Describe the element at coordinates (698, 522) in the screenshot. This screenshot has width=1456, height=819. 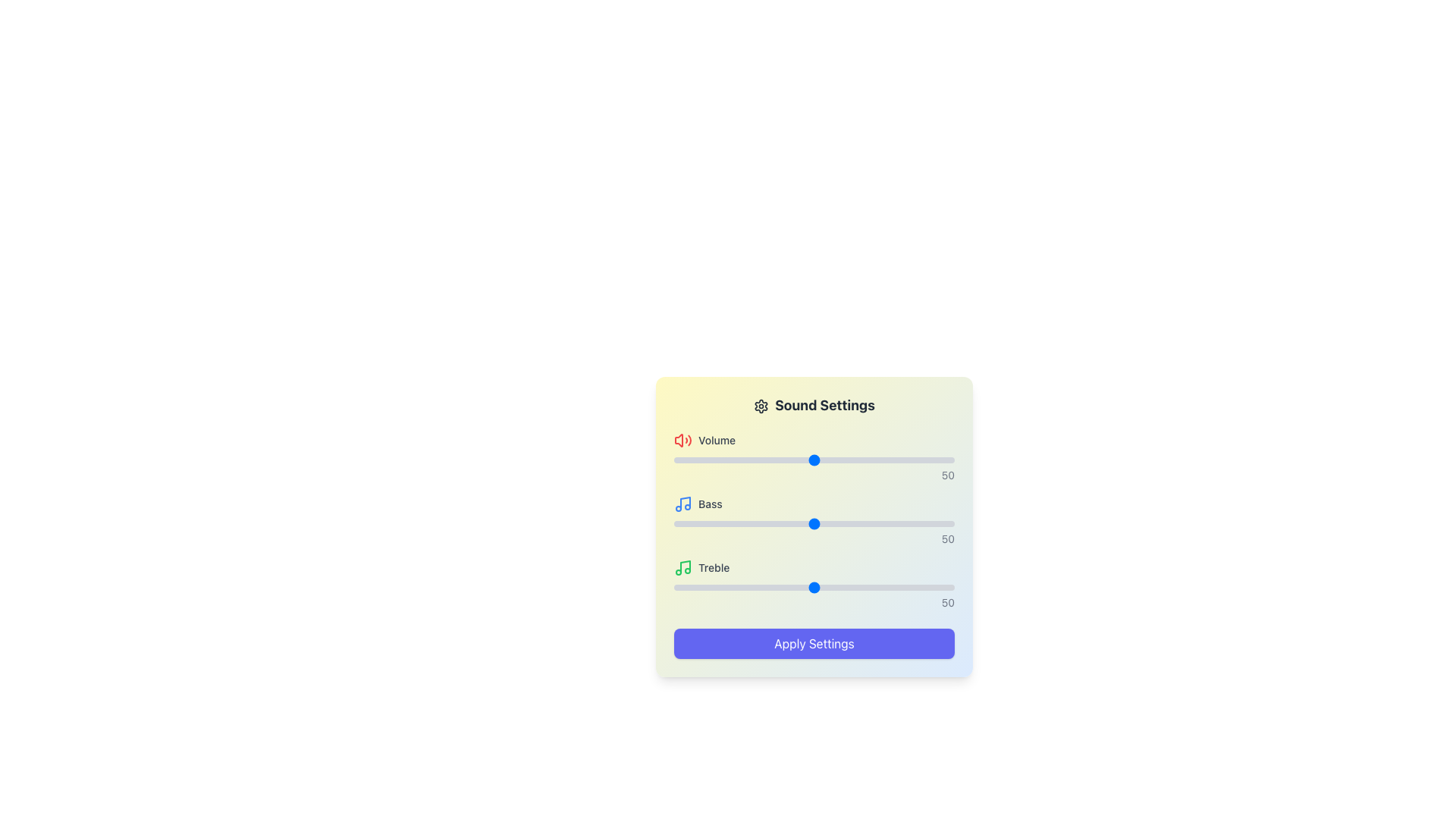
I see `the bass level` at that location.